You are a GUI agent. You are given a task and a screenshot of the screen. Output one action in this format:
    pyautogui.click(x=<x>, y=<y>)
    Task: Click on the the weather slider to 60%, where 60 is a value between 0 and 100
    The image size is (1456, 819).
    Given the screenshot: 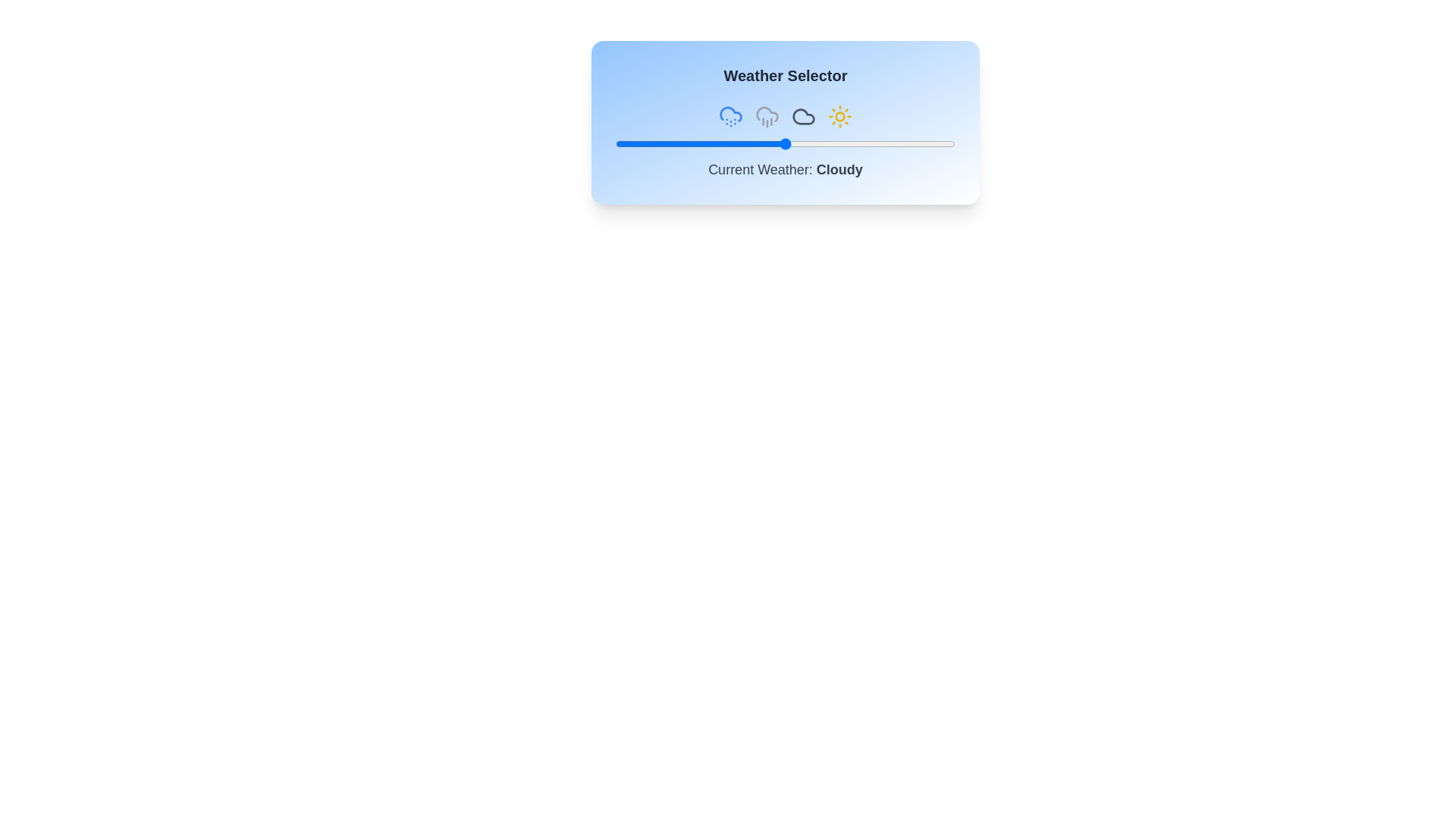 What is the action you would take?
    pyautogui.click(x=818, y=143)
    